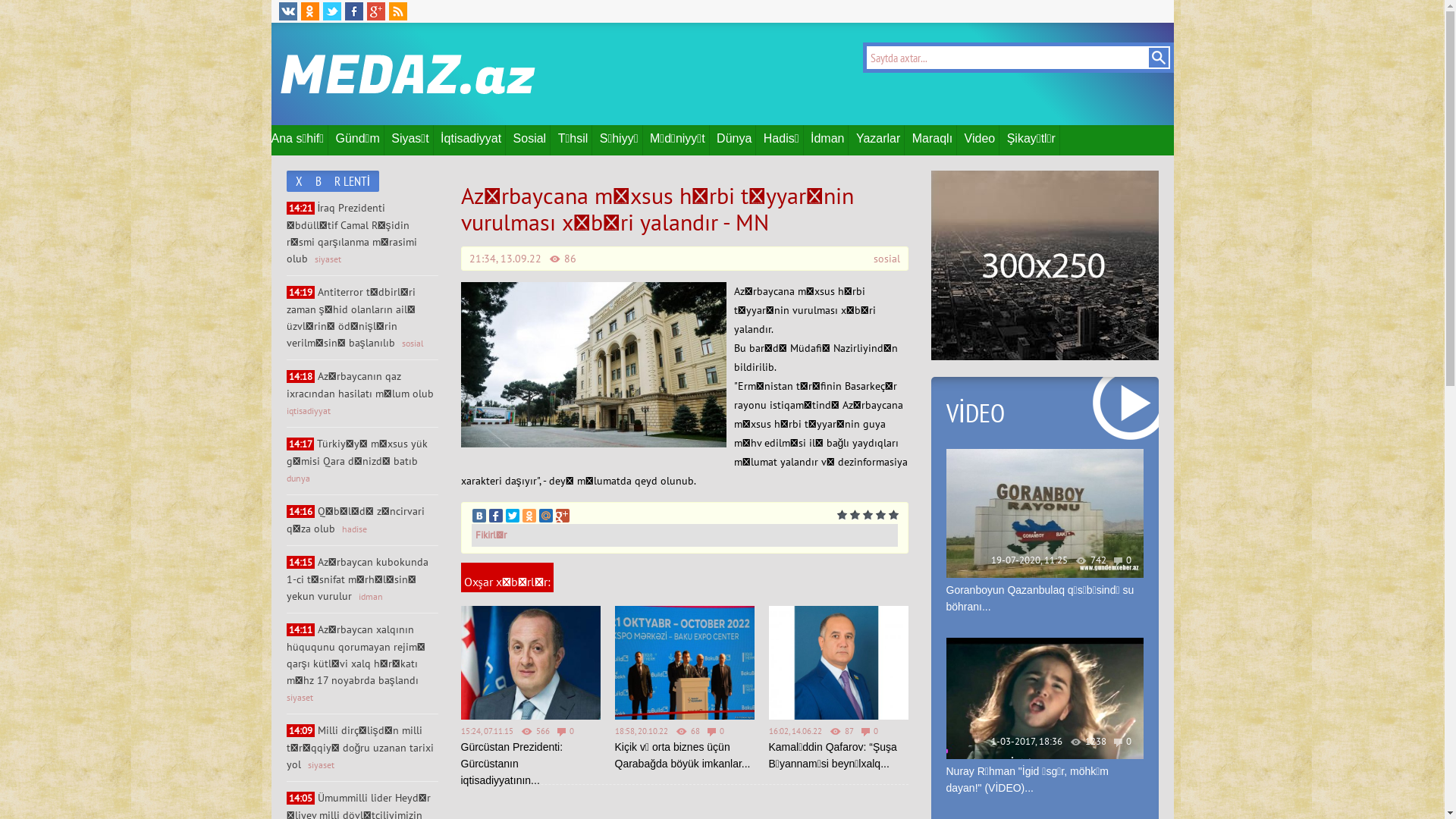 The height and width of the screenshot is (819, 1456). I want to click on 'VK', so click(279, 11).